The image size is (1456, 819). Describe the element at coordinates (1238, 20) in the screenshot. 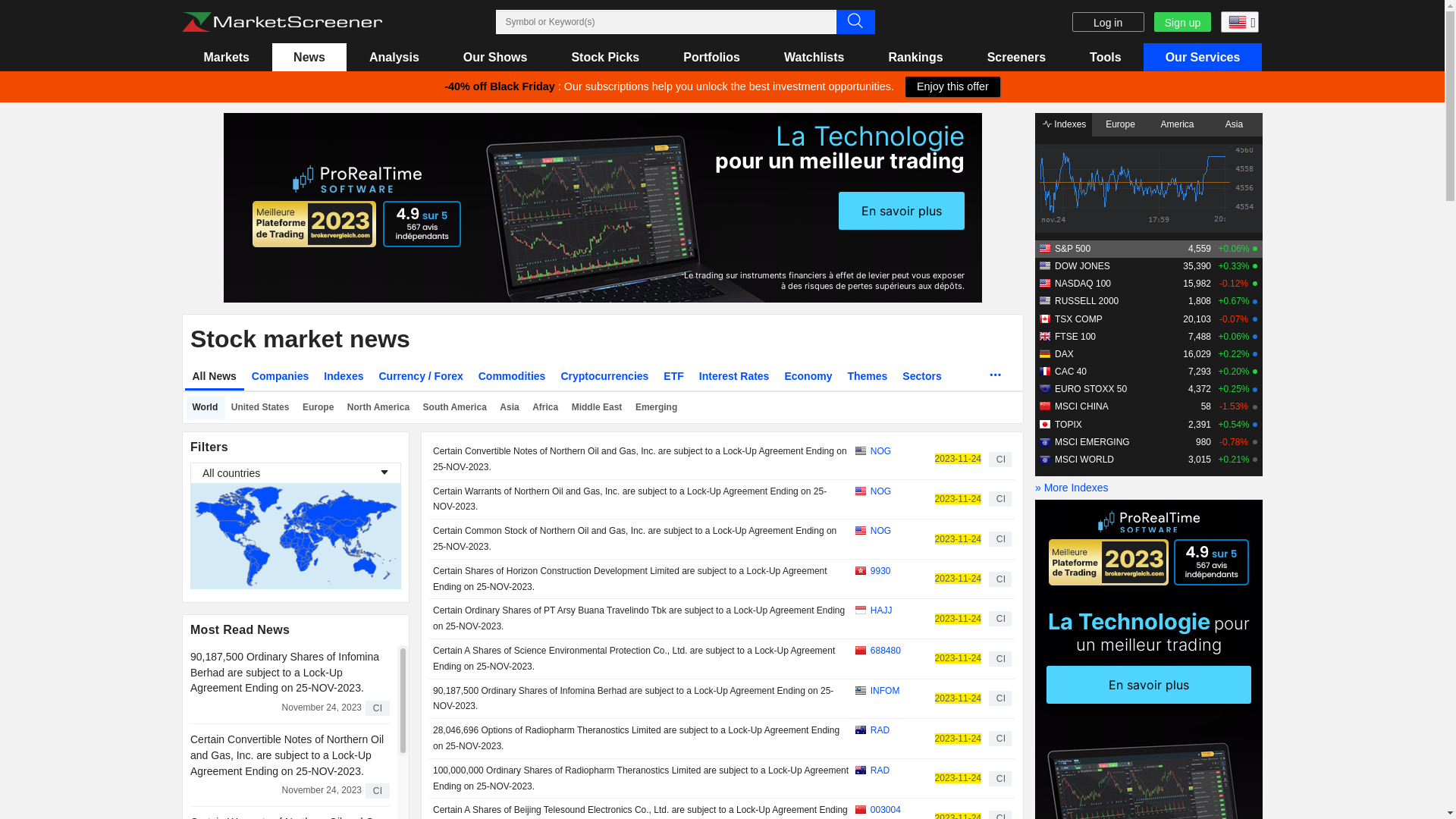

I see `'English (USA)'` at that location.